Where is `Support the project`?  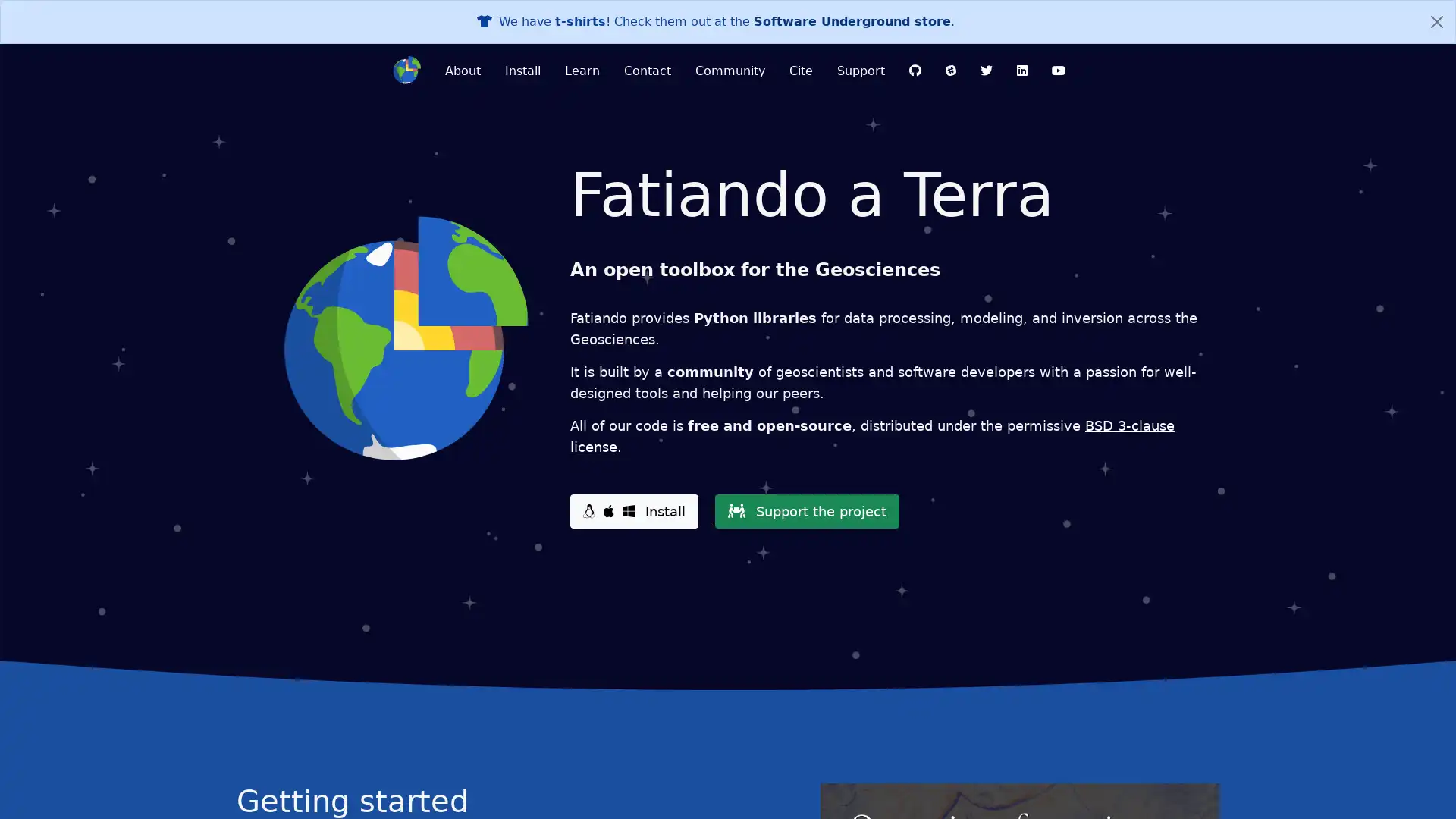
Support the project is located at coordinates (805, 511).